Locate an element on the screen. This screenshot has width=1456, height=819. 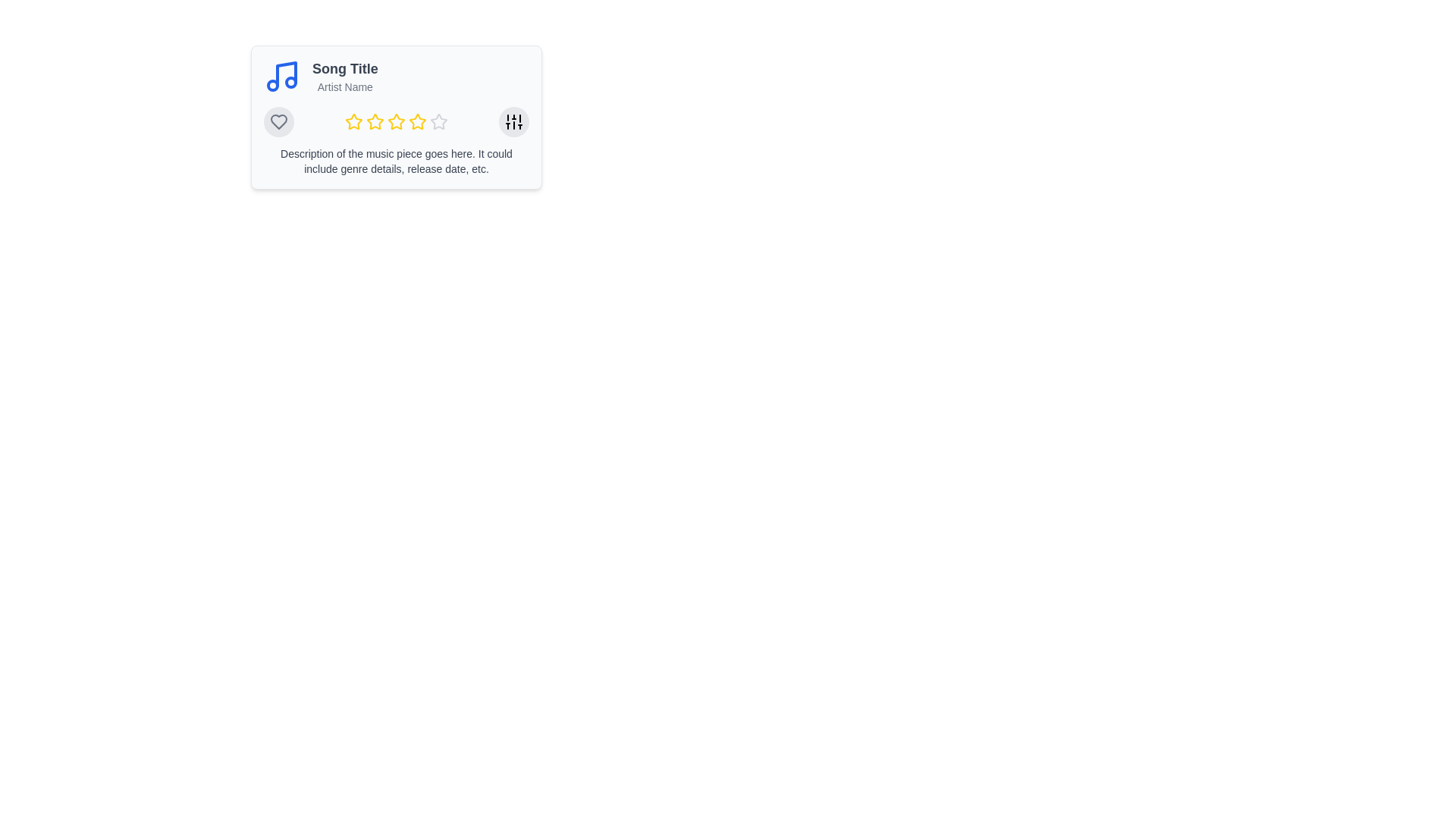
the second star icon from the left is located at coordinates (353, 121).